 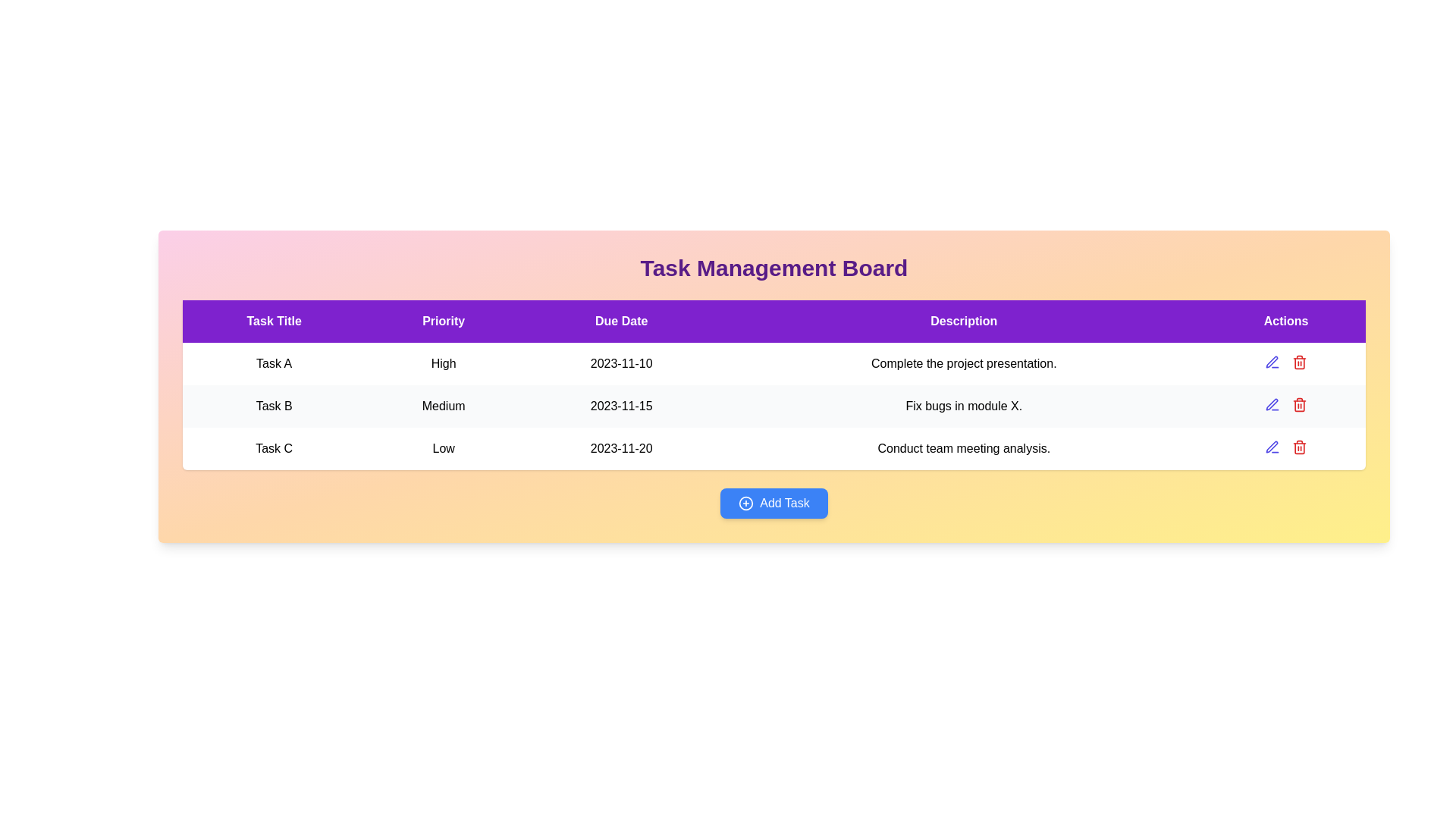 What do you see at coordinates (621, 321) in the screenshot?
I see `the 'Due Date' column header label in the task management table, which is the third column header from the left, providing context for the data under this column` at bounding box center [621, 321].